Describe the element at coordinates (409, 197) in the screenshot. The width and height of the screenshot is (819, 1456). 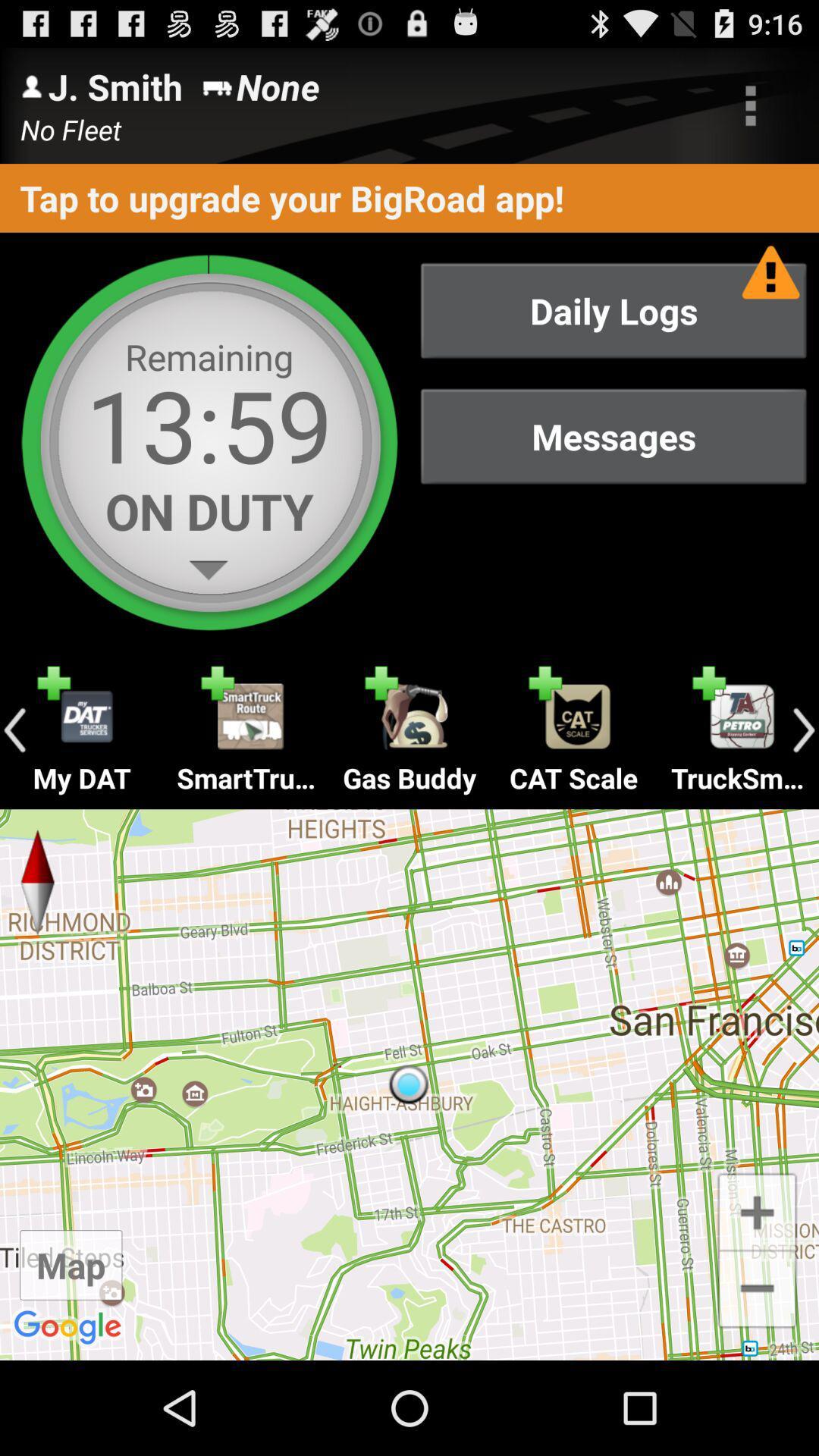
I see `the tap to upgrade icon` at that location.